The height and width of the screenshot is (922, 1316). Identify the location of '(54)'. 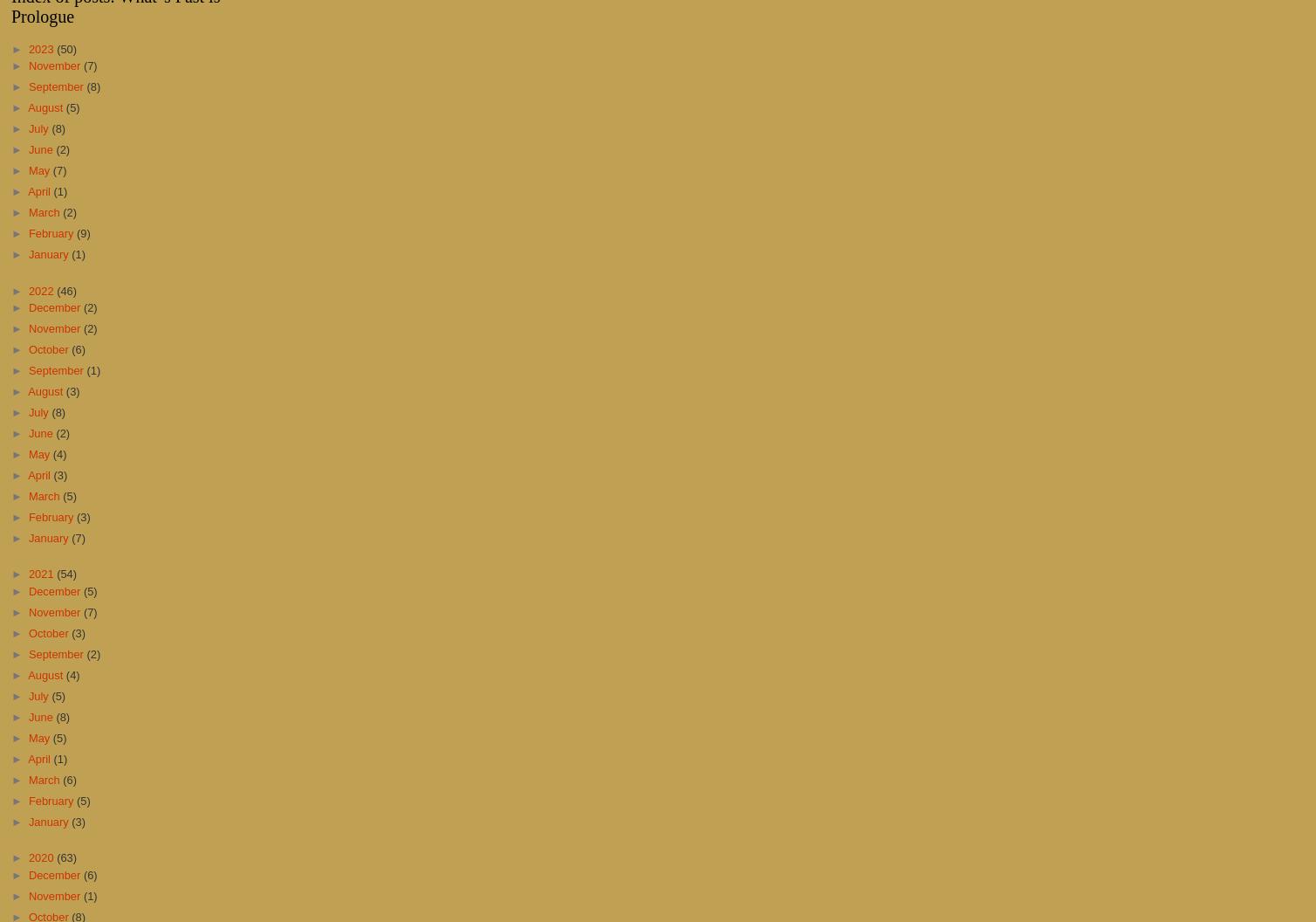
(66, 573).